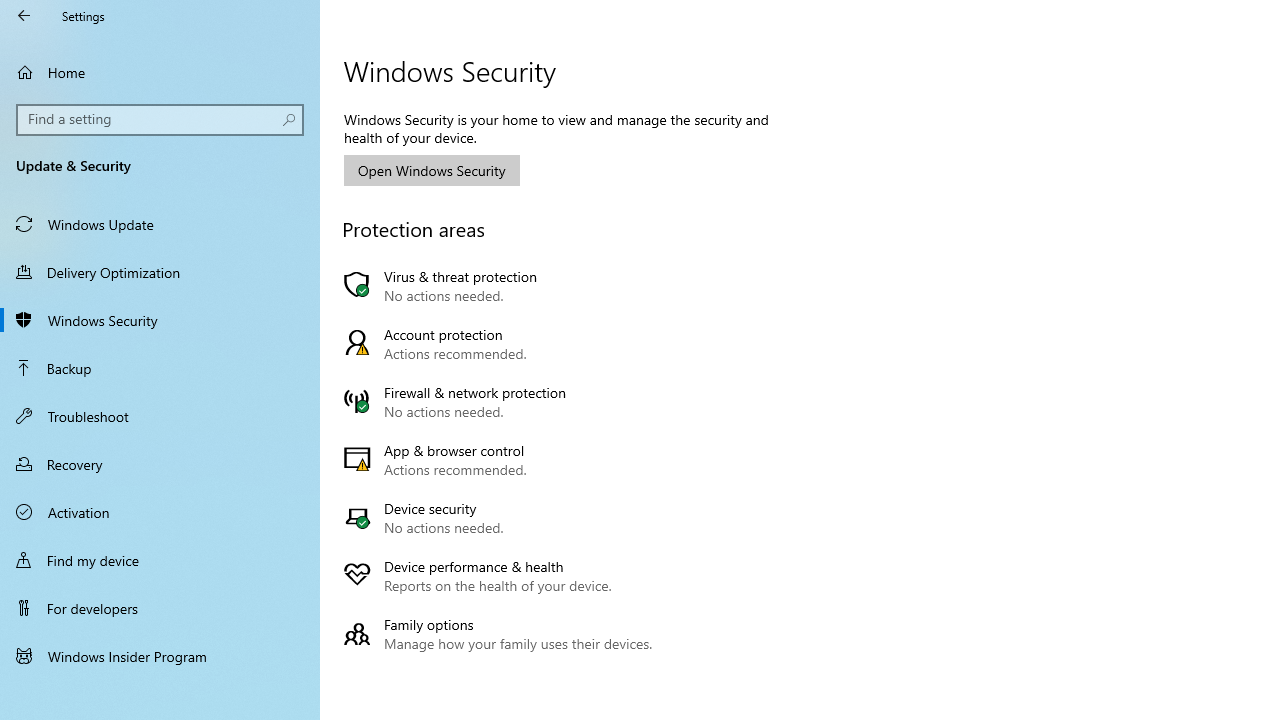  Describe the element at coordinates (160, 319) in the screenshot. I see `'Windows Security'` at that location.